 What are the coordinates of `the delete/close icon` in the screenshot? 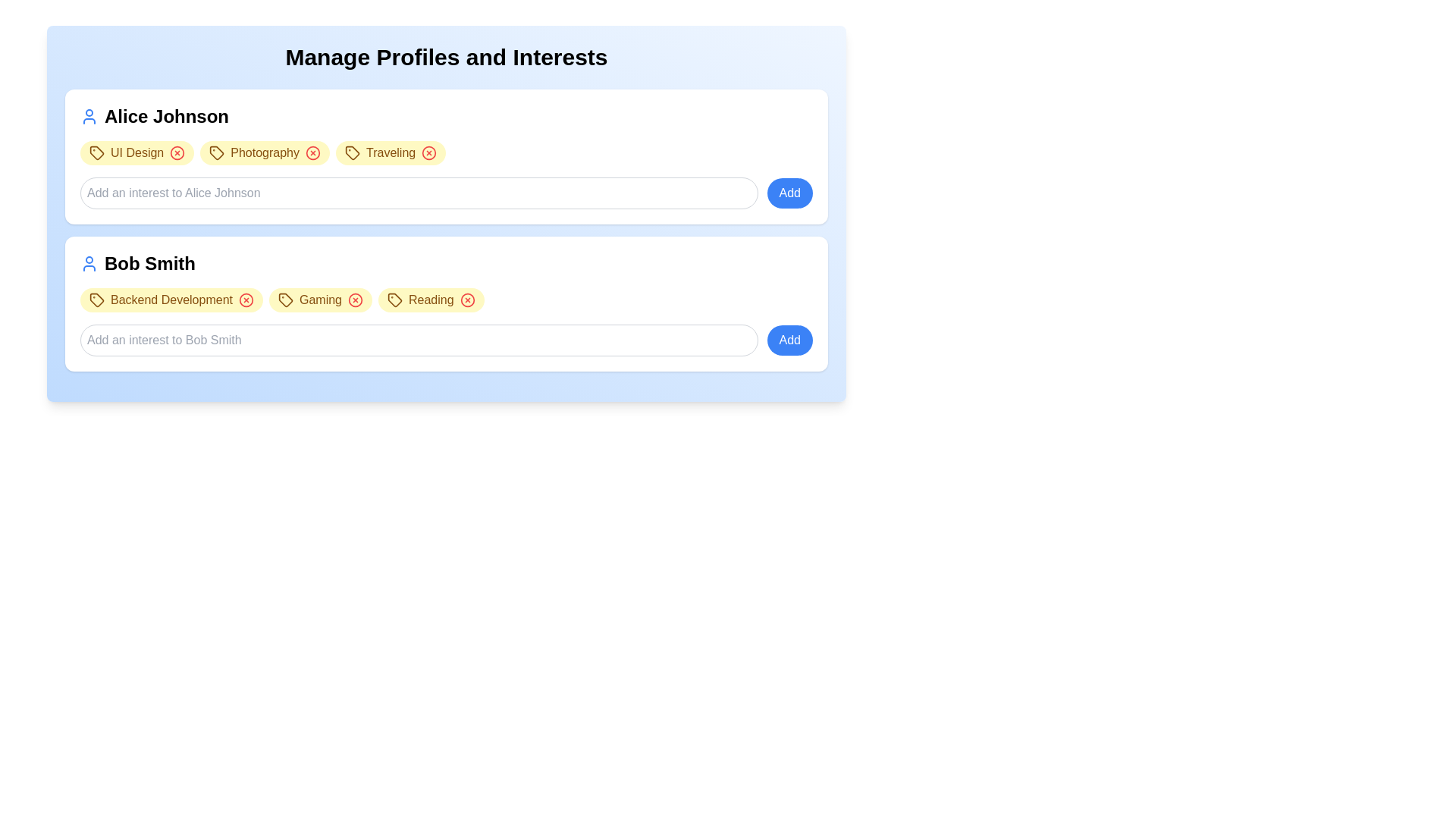 It's located at (246, 300).